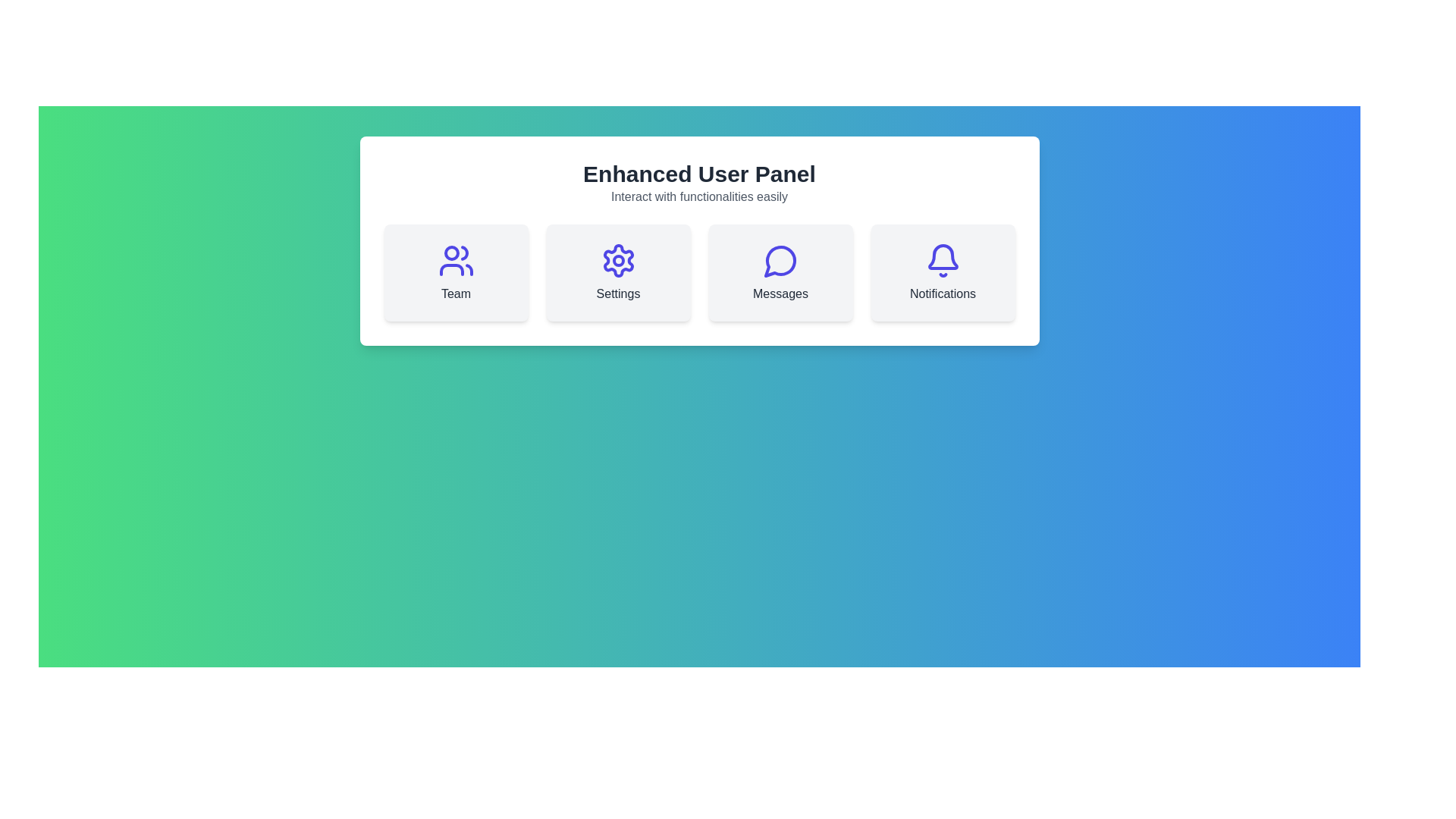 The height and width of the screenshot is (819, 1456). I want to click on the small circle located within the central icon of the Settings card, which is the second card from the left in the main interface and appears as the inner part of a gear icon, so click(618, 259).